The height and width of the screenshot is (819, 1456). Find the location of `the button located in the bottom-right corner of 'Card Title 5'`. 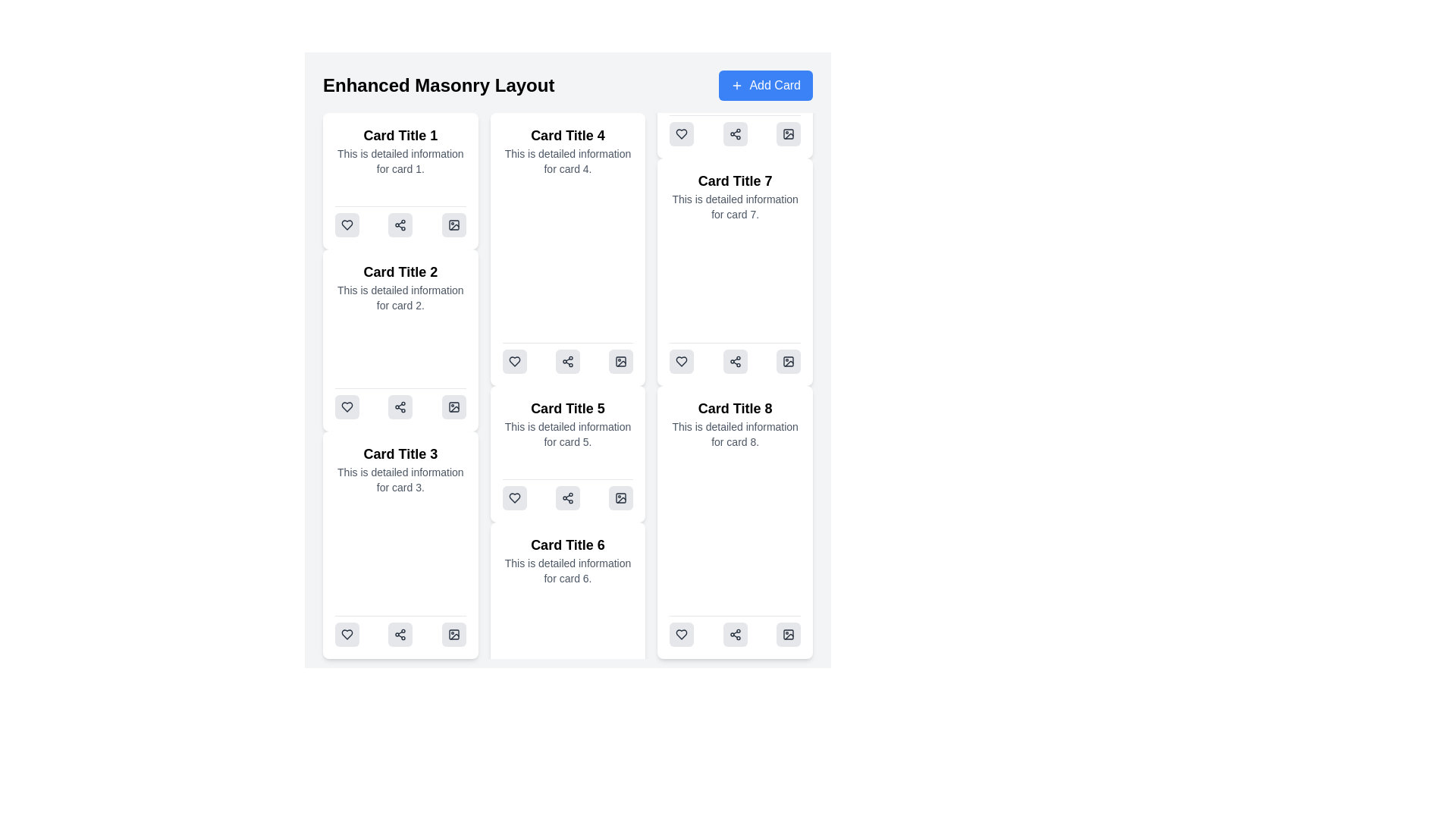

the button located in the bottom-right corner of 'Card Title 5' is located at coordinates (621, 362).